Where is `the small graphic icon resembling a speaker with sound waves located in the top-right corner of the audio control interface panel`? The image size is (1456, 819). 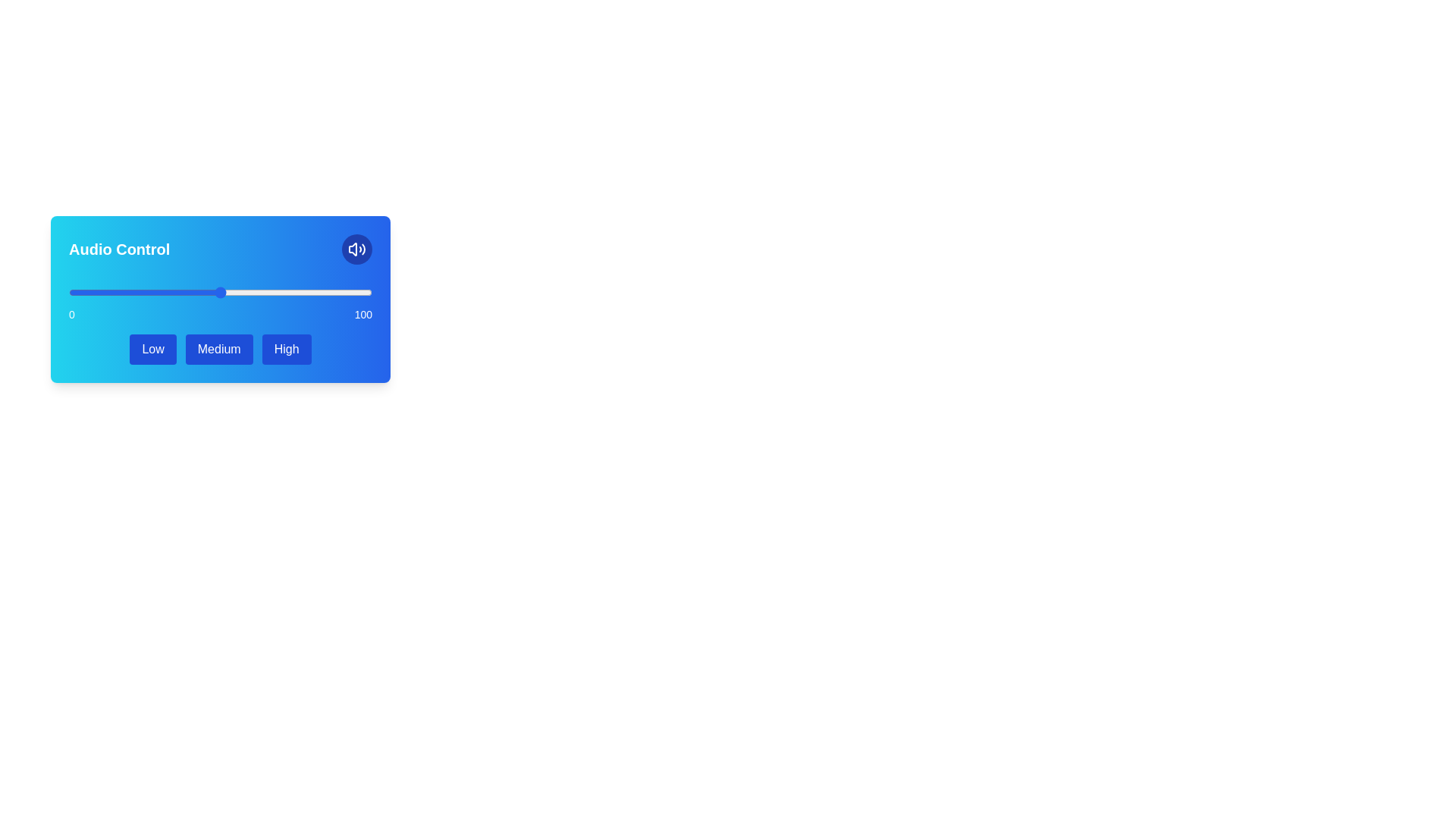
the small graphic icon resembling a speaker with sound waves located in the top-right corner of the audio control interface panel is located at coordinates (352, 248).